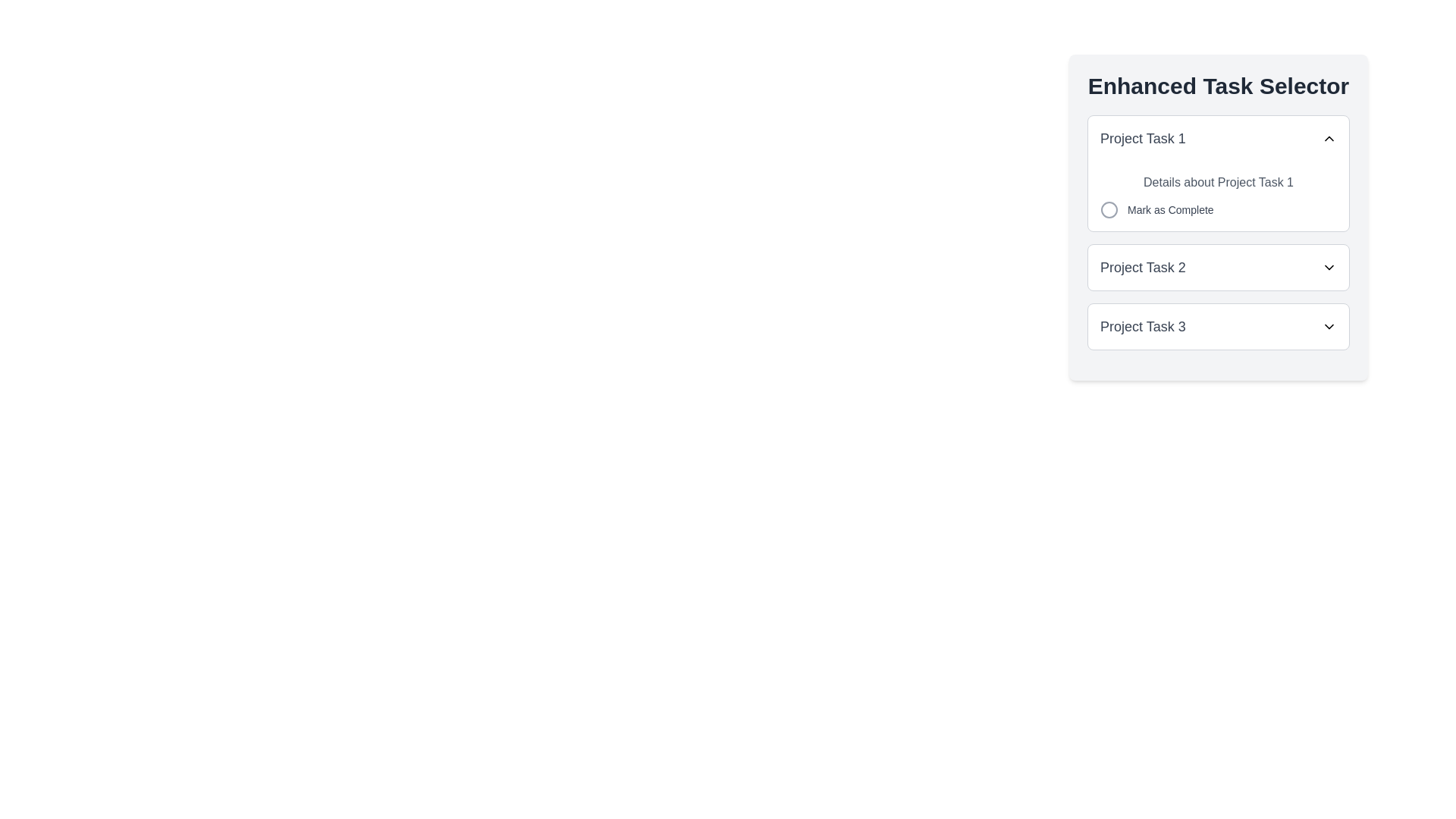  What do you see at coordinates (1109, 210) in the screenshot?
I see `the icon located to the left of the text 'Mark as Complete' in the first section of the interface` at bounding box center [1109, 210].